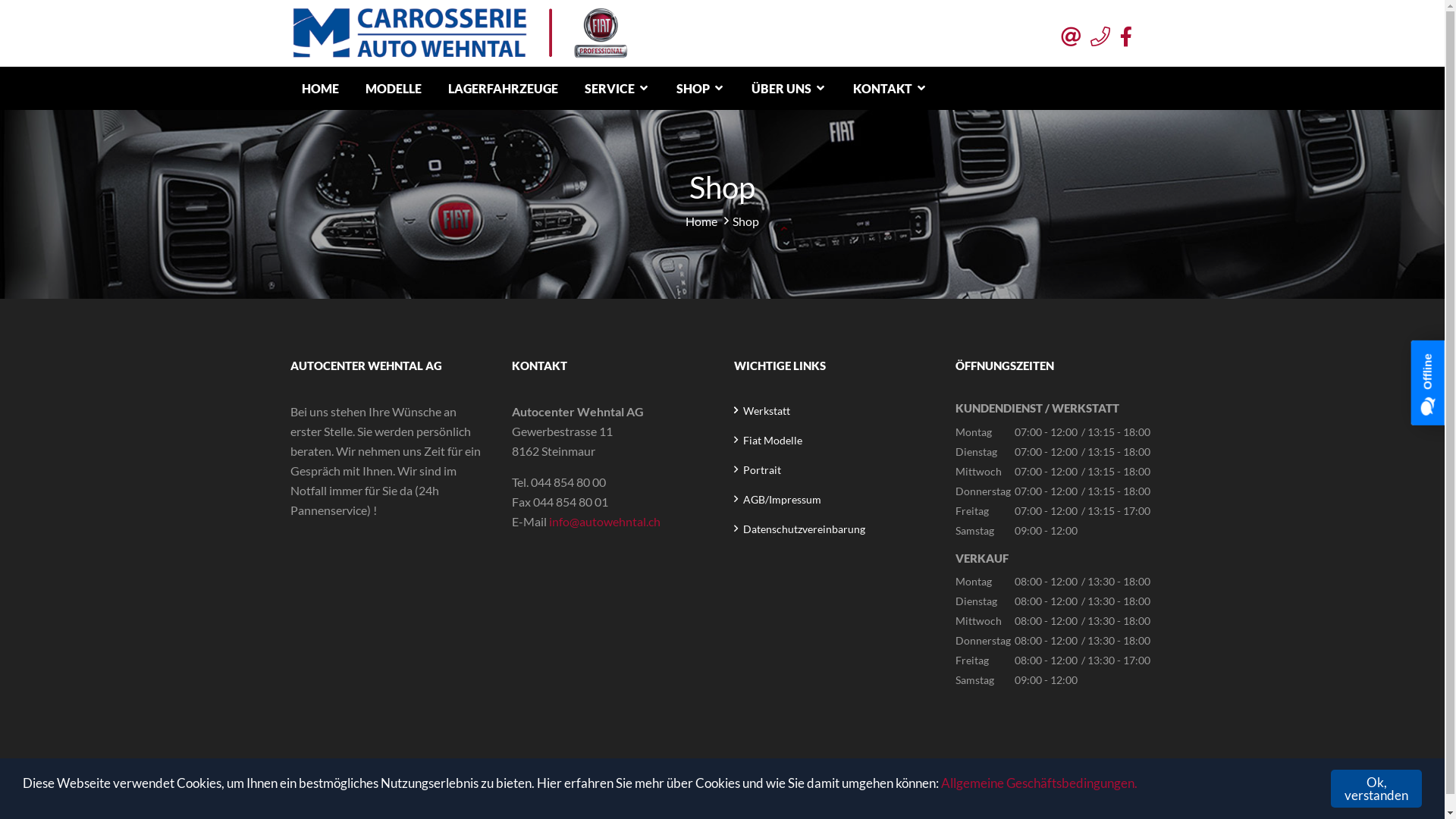 The image size is (1456, 819). What do you see at coordinates (436, 88) in the screenshot?
I see `'LAGERFAHRZEUGE'` at bounding box center [436, 88].